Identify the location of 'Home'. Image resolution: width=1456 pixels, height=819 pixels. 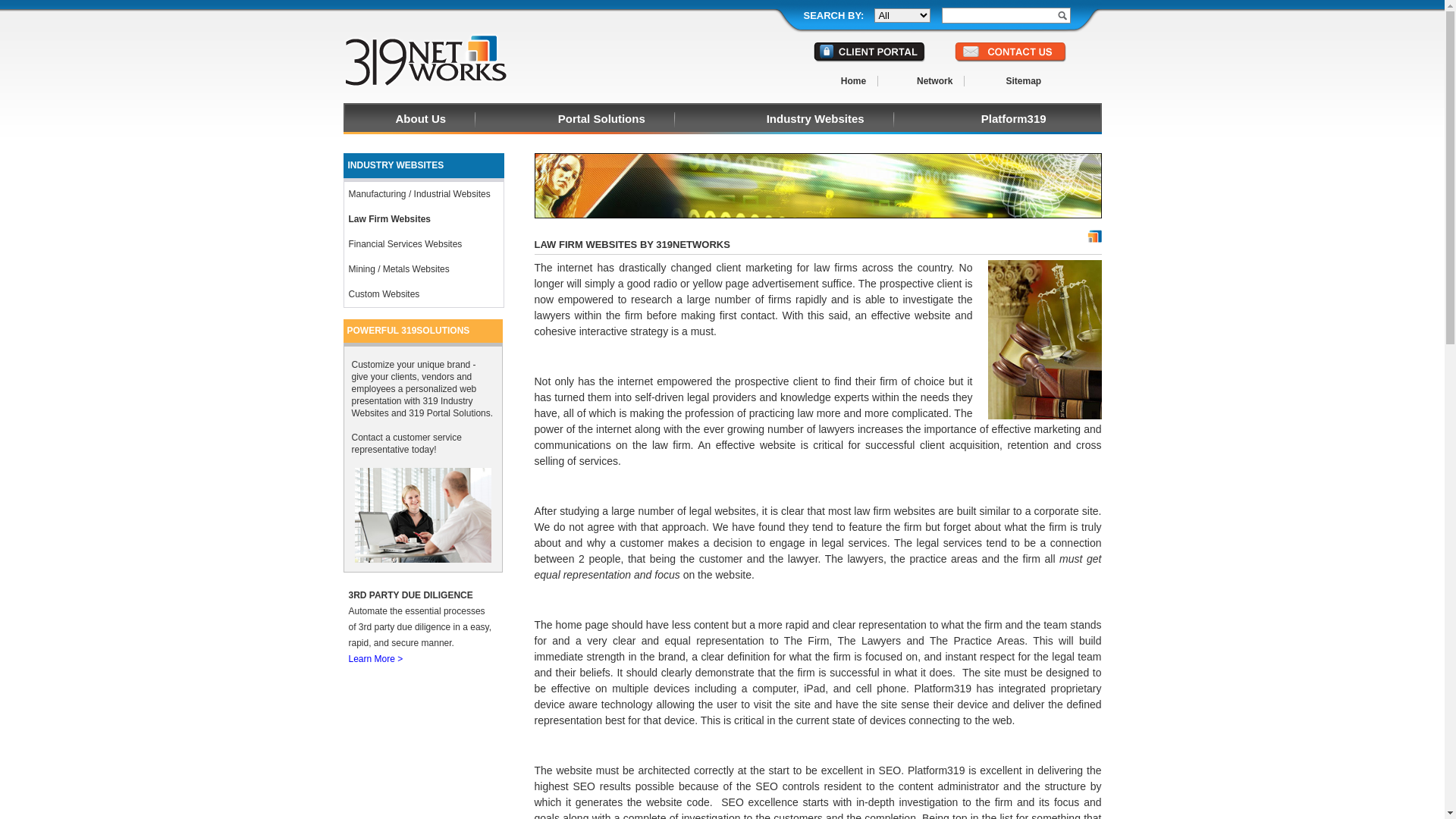
(854, 81).